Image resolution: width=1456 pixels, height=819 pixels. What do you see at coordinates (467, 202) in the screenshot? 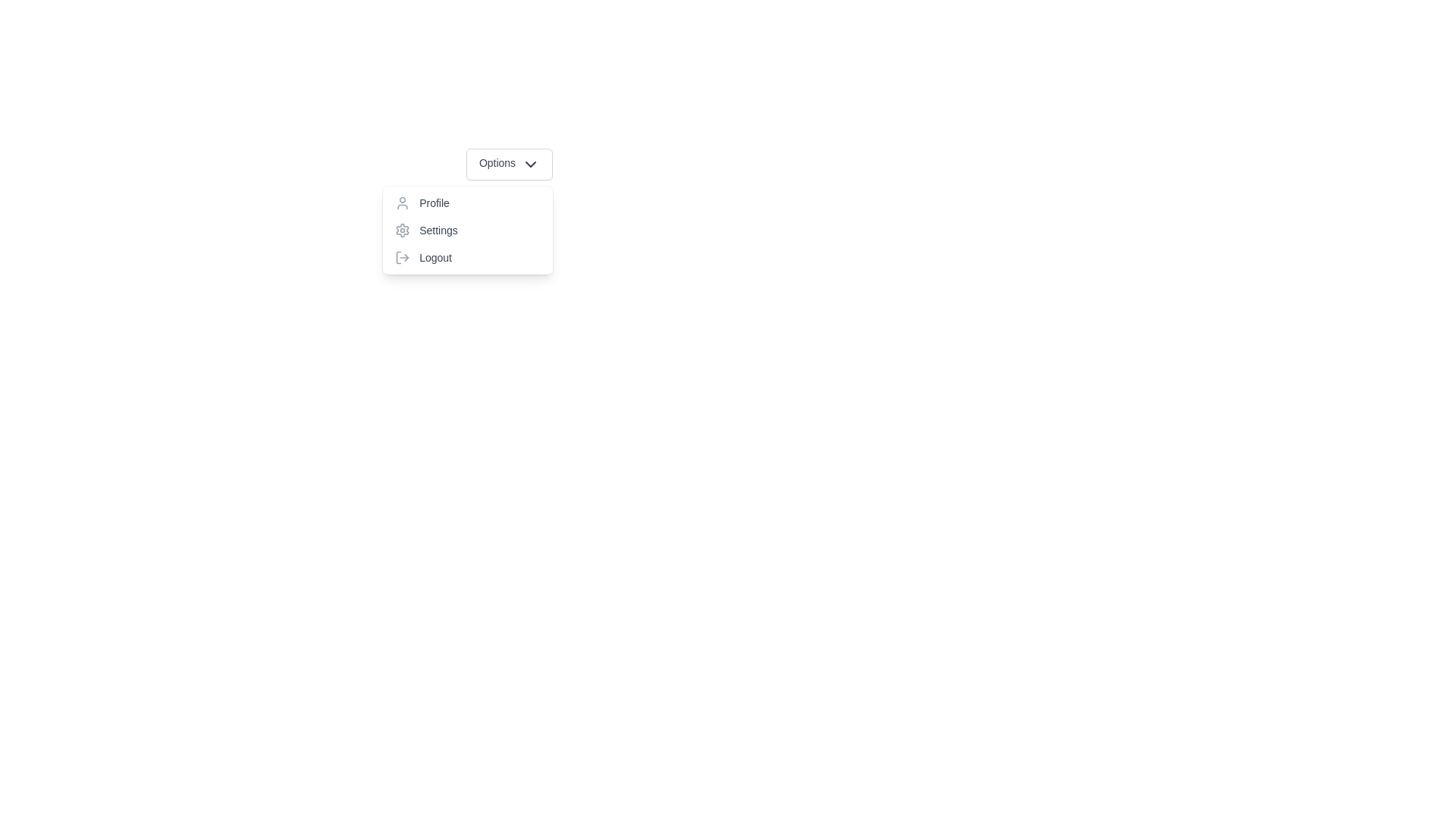
I see `the 'Profile' option in the dropdown menu` at bounding box center [467, 202].